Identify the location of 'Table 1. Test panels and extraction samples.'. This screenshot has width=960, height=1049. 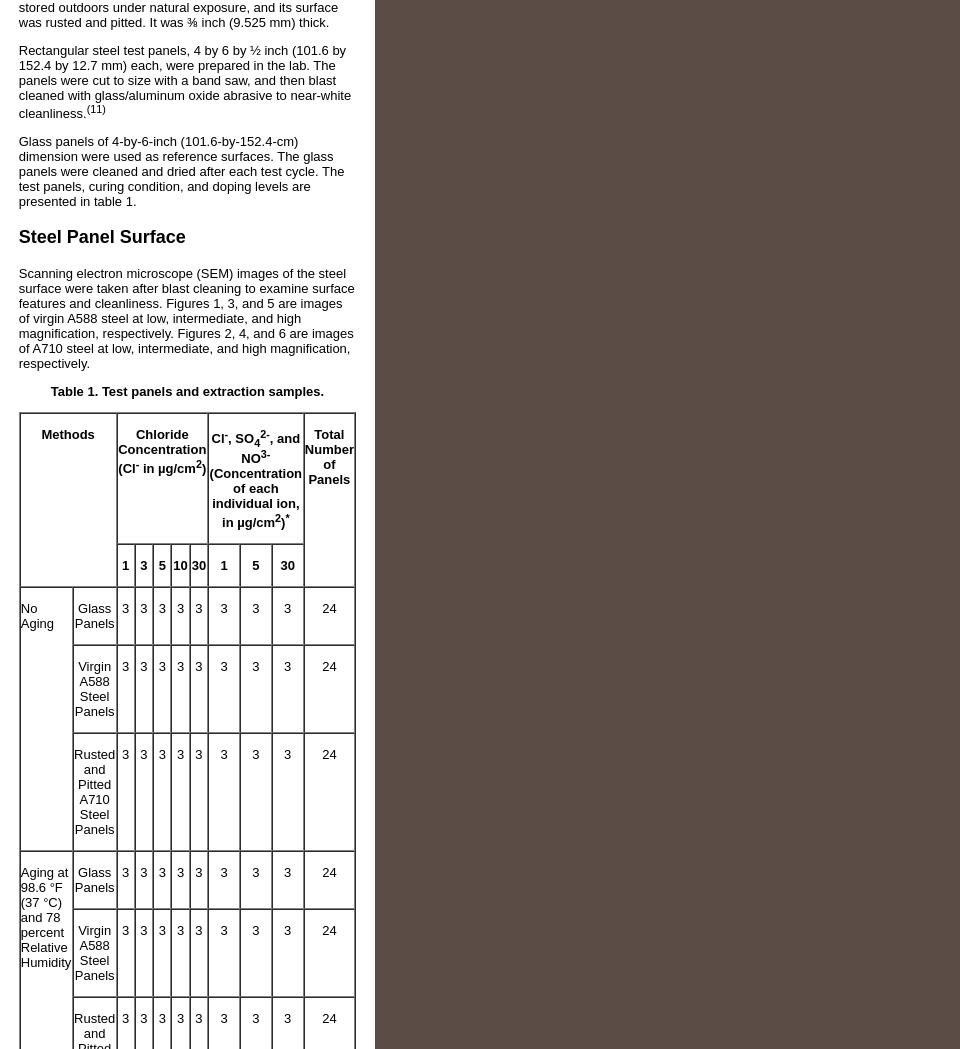
(187, 391).